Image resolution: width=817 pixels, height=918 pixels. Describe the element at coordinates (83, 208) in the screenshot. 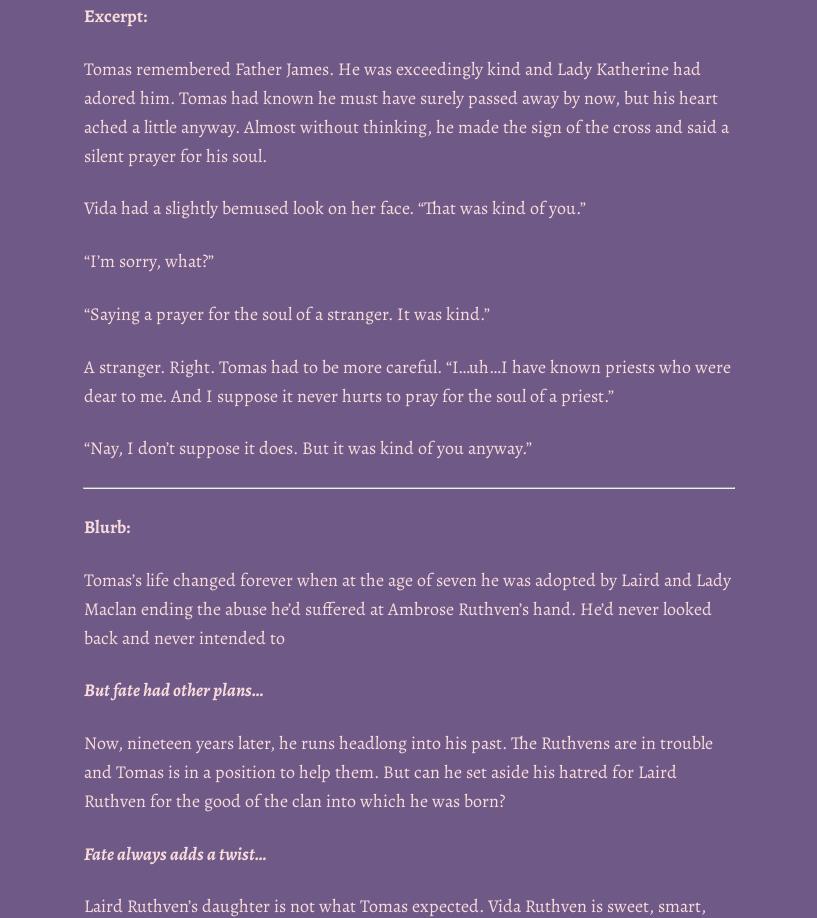

I see `'Vida had a slightly bemused look on her face. “That was kind of you.”'` at that location.